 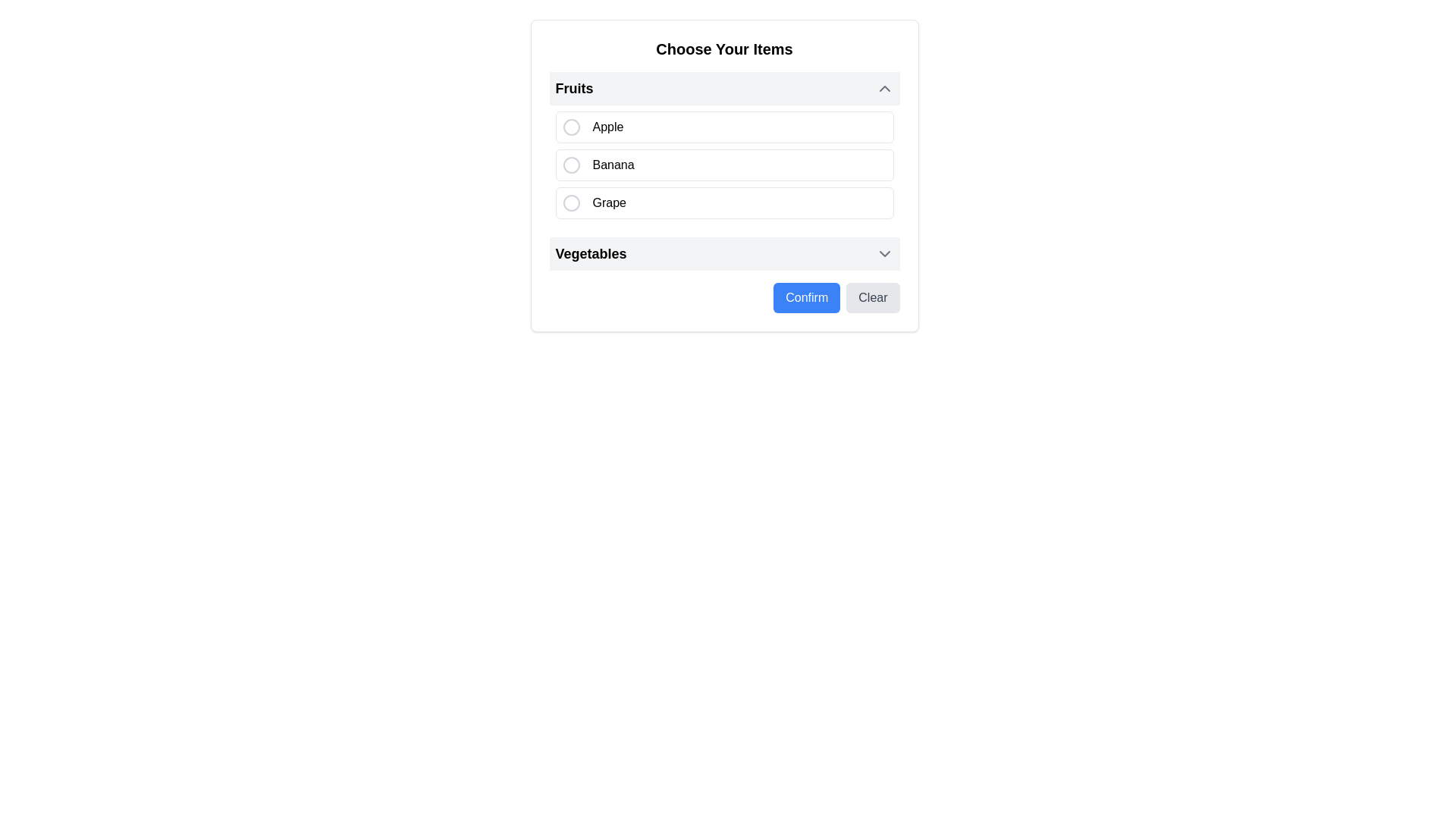 What do you see at coordinates (570, 127) in the screenshot?
I see `the radio button with a gray border located to the left of the text label 'Apple' in the 'Fruits' section of the 'Choose Your Items' card interface` at bounding box center [570, 127].